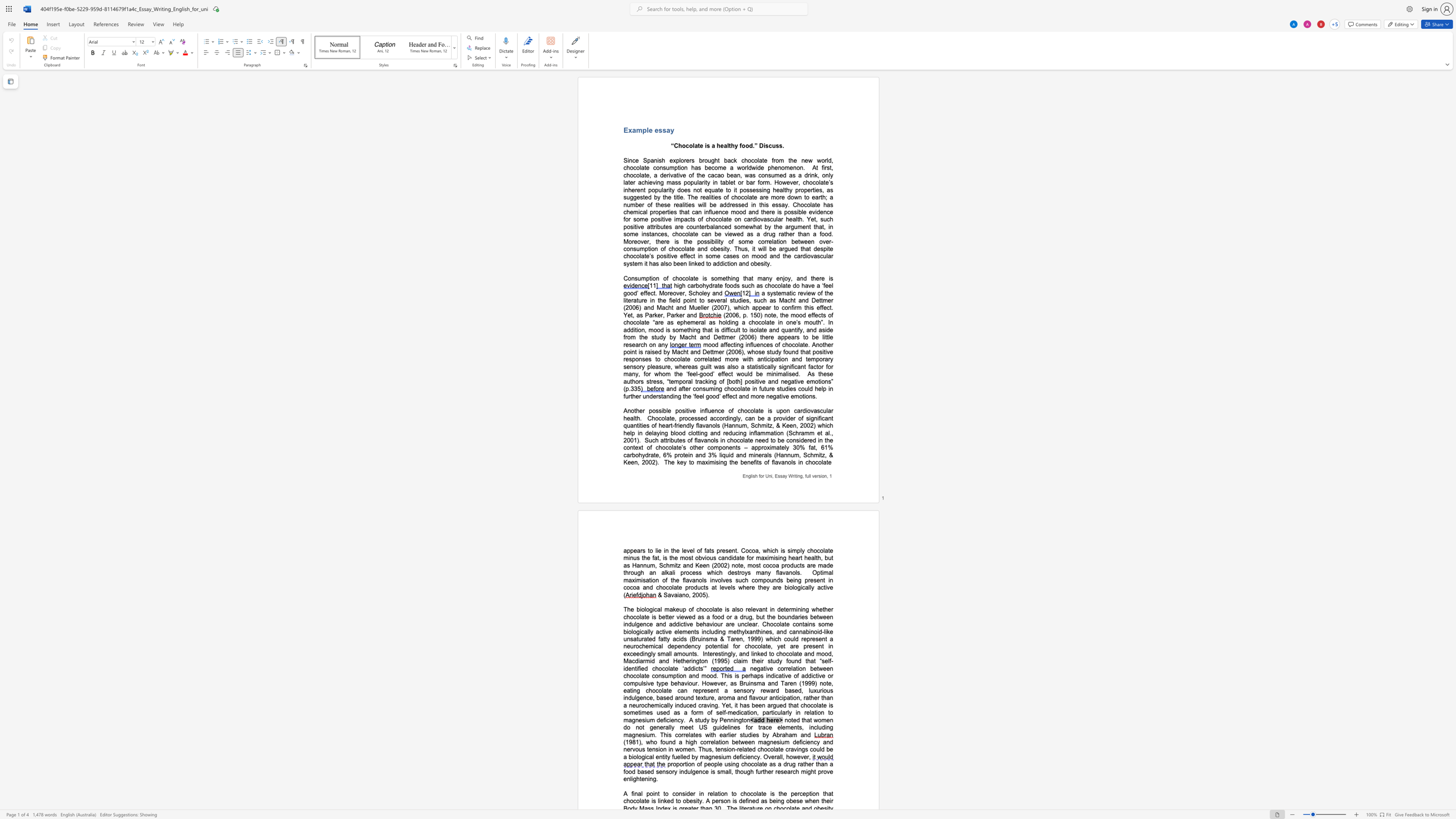 Image resolution: width=1456 pixels, height=819 pixels. What do you see at coordinates (816, 476) in the screenshot?
I see `the space between the continuous character "e" and "r" in the text` at bounding box center [816, 476].